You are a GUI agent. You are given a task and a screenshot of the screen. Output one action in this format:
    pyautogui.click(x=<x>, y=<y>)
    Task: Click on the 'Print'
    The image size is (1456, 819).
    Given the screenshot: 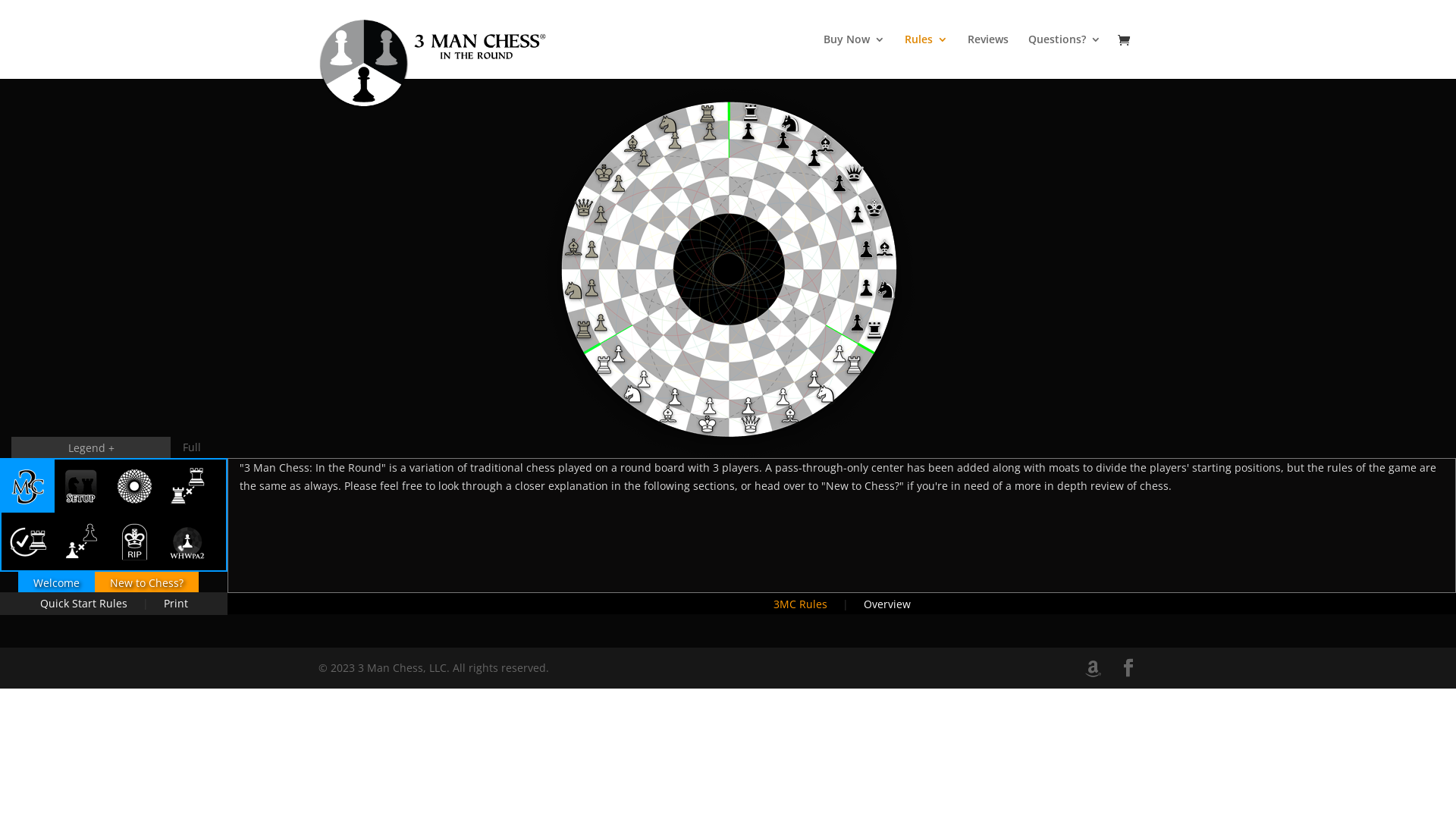 What is the action you would take?
    pyautogui.click(x=149, y=602)
    